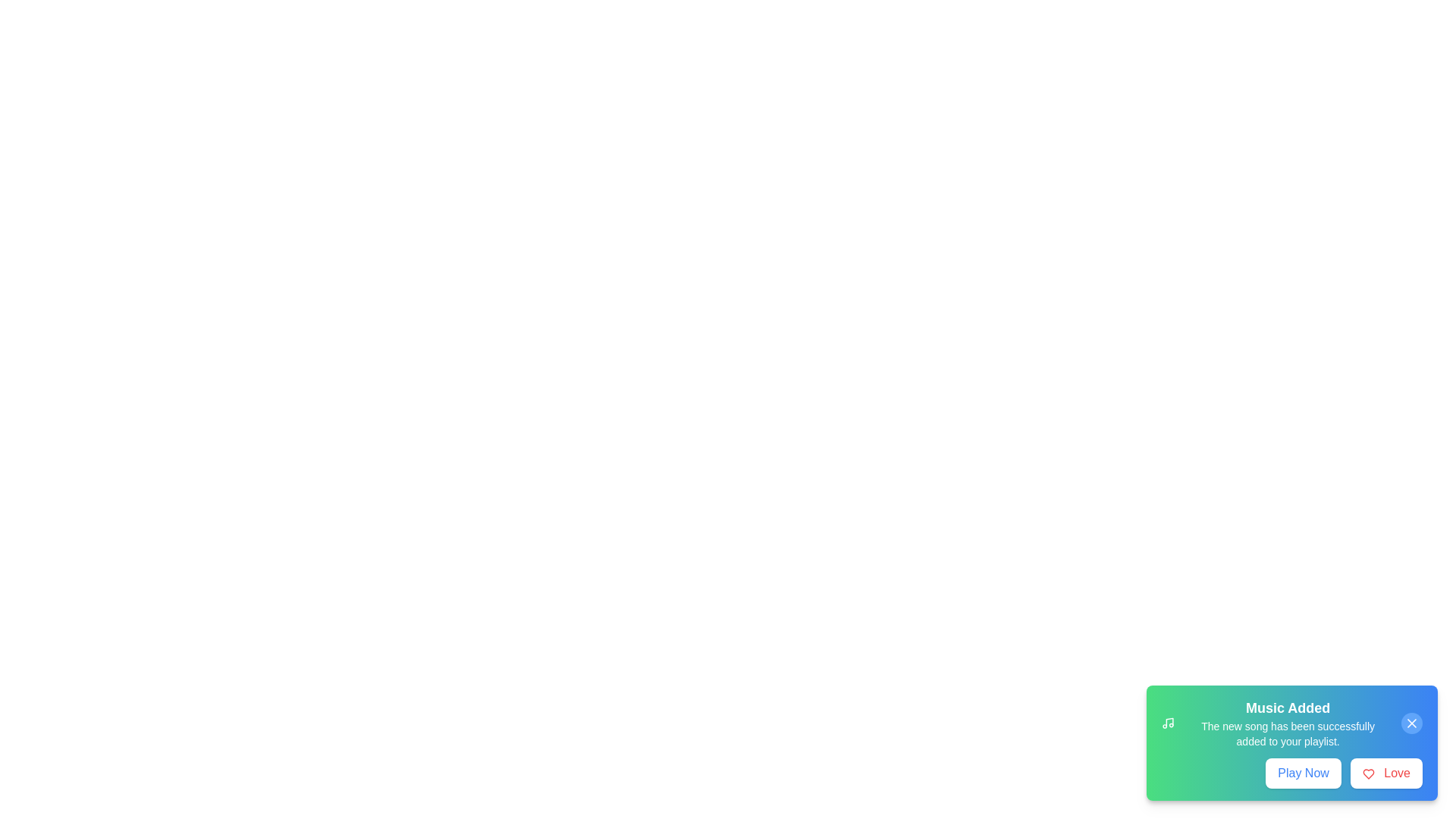 Image resolution: width=1456 pixels, height=819 pixels. Describe the element at coordinates (1302, 773) in the screenshot. I see `'Play Now' button to initiate music playback` at that location.